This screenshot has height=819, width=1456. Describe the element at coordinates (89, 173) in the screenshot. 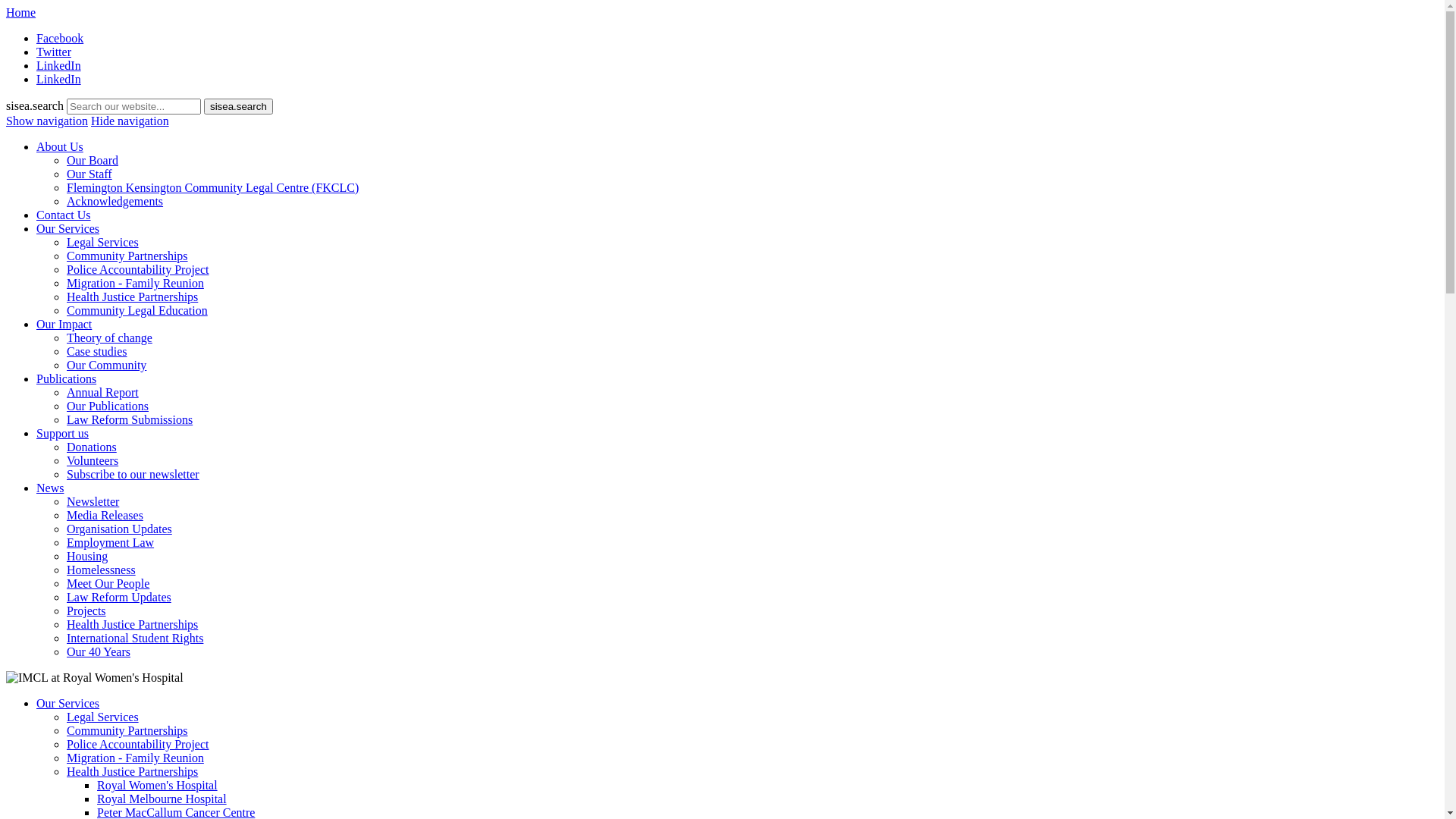

I see `'Our Staff'` at that location.